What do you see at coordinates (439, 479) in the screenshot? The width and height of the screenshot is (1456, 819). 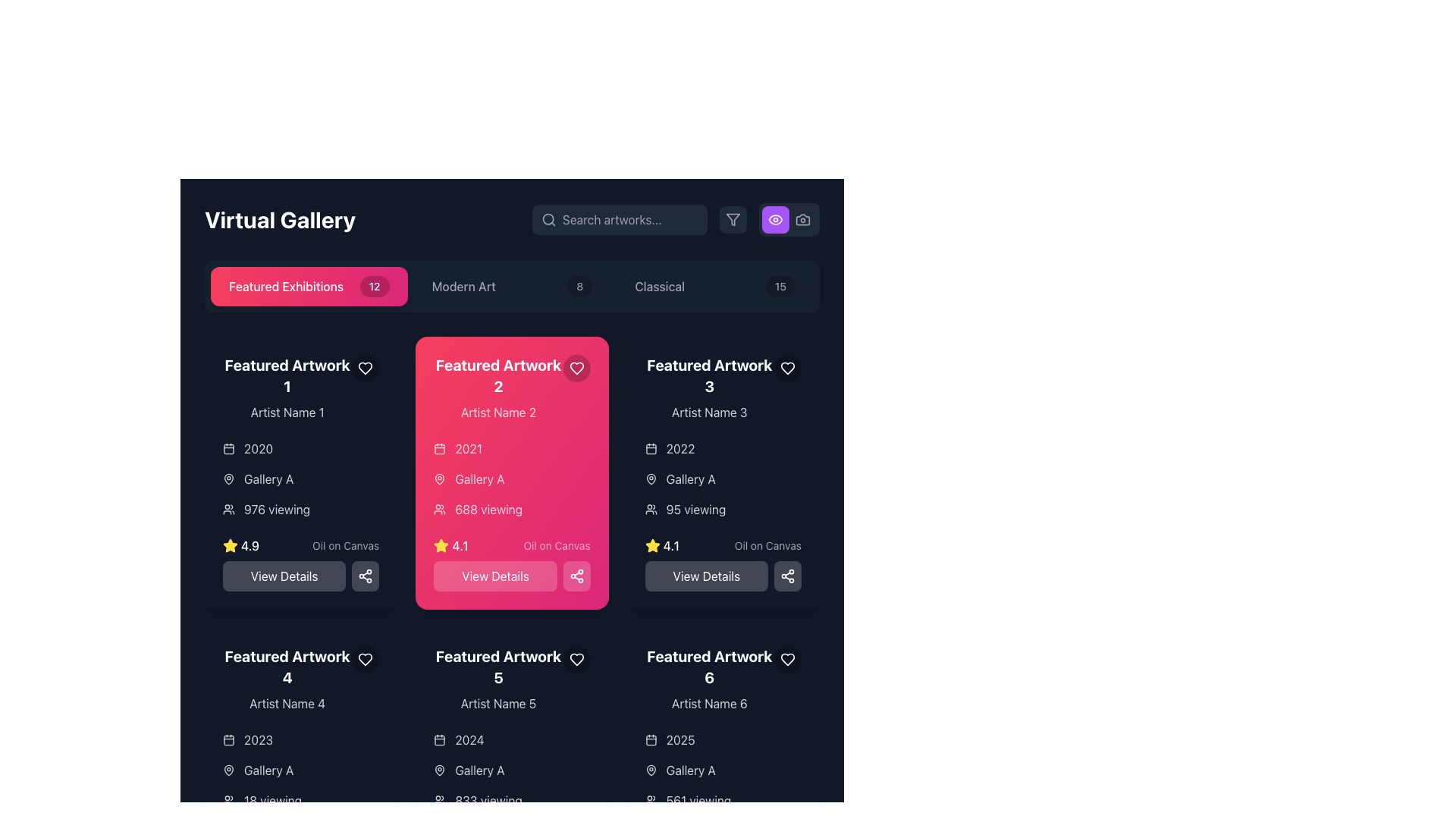 I see `the map pin icon located in the middle left portion of the 'Gallery A' section within the 'Featured Artwork 2' card, which is characterized by its circular base and pointed bottom design` at bounding box center [439, 479].